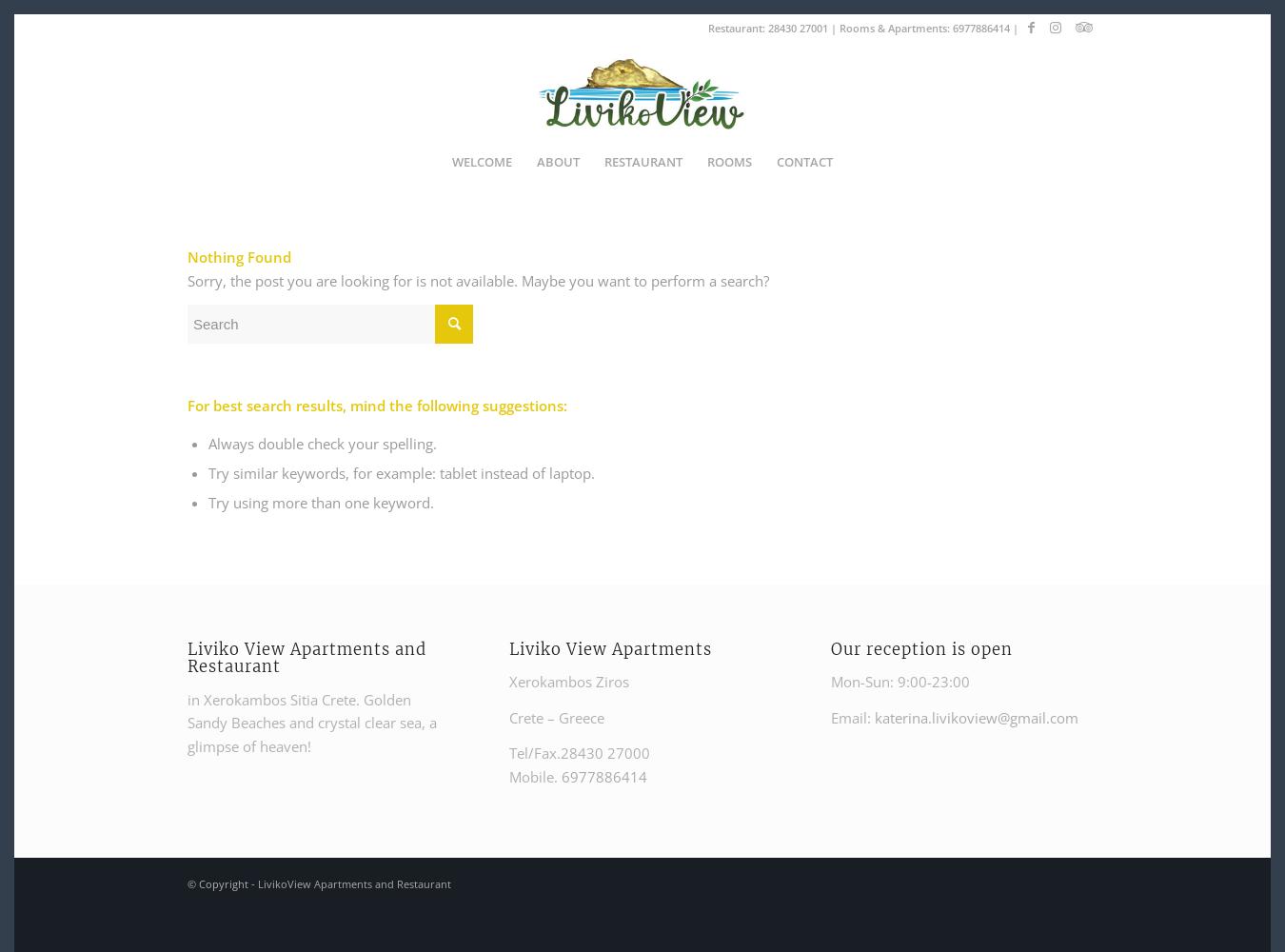  What do you see at coordinates (208, 443) in the screenshot?
I see `'Always double check your spelling.'` at bounding box center [208, 443].